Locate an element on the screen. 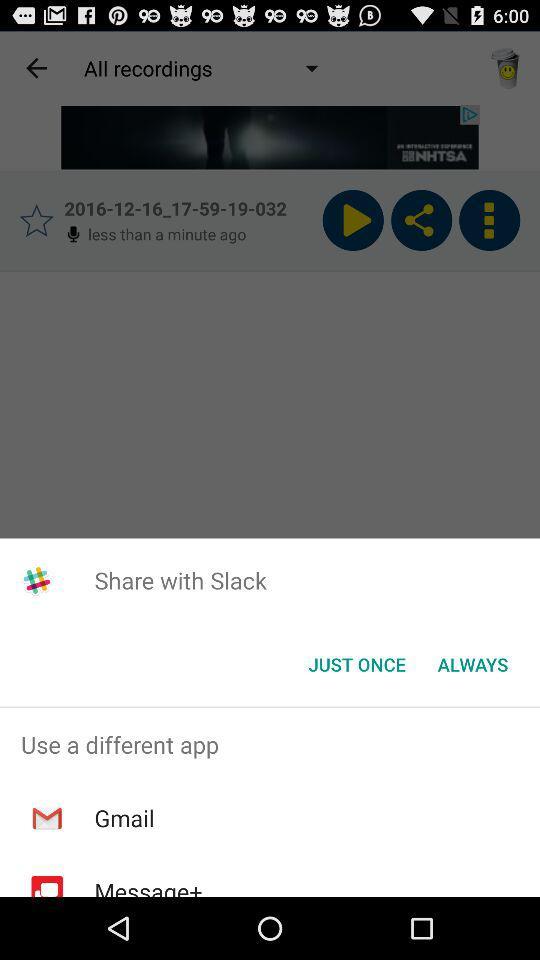  the use a different is located at coordinates (270, 743).